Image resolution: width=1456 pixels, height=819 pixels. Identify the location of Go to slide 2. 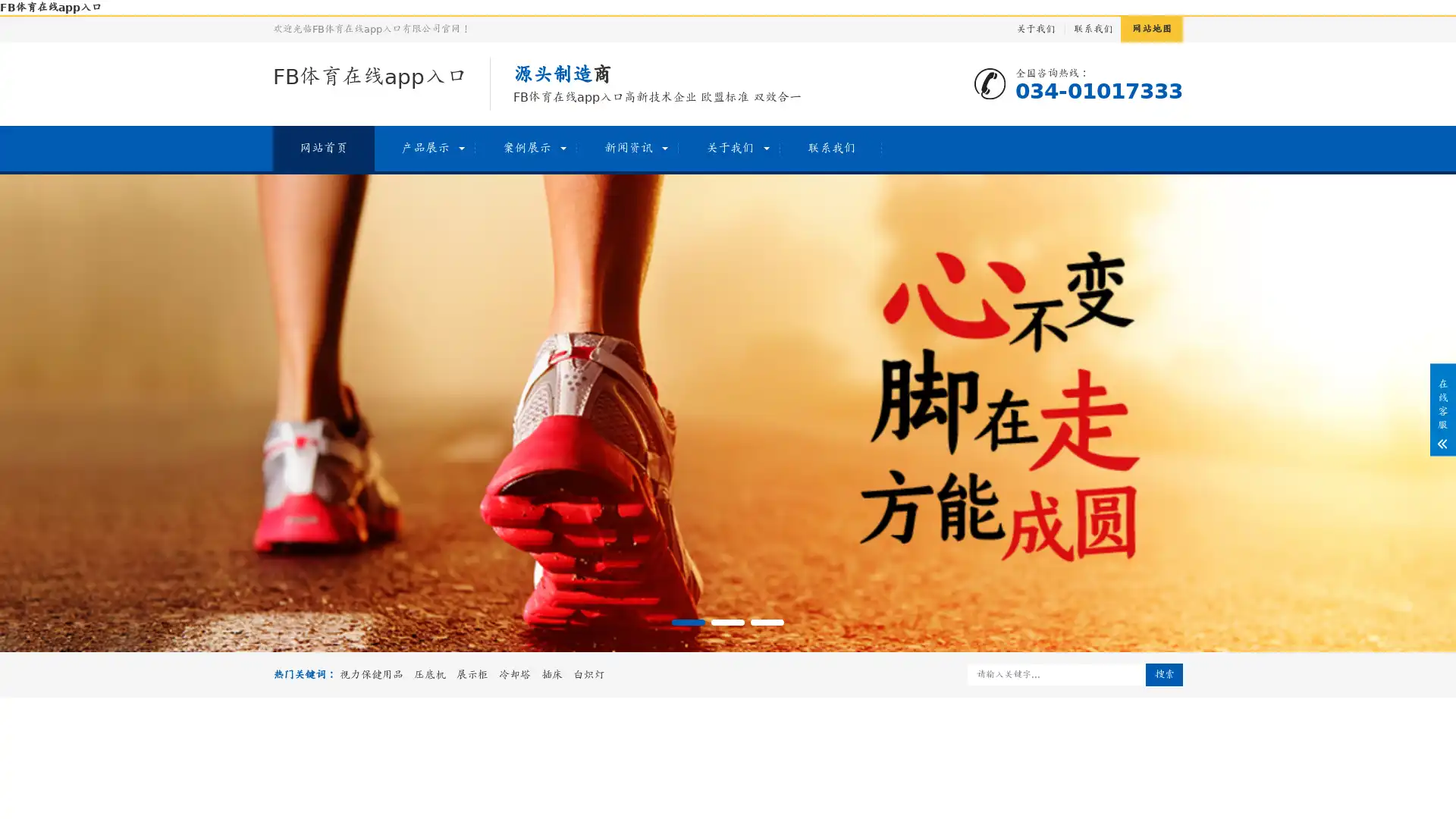
(728, 623).